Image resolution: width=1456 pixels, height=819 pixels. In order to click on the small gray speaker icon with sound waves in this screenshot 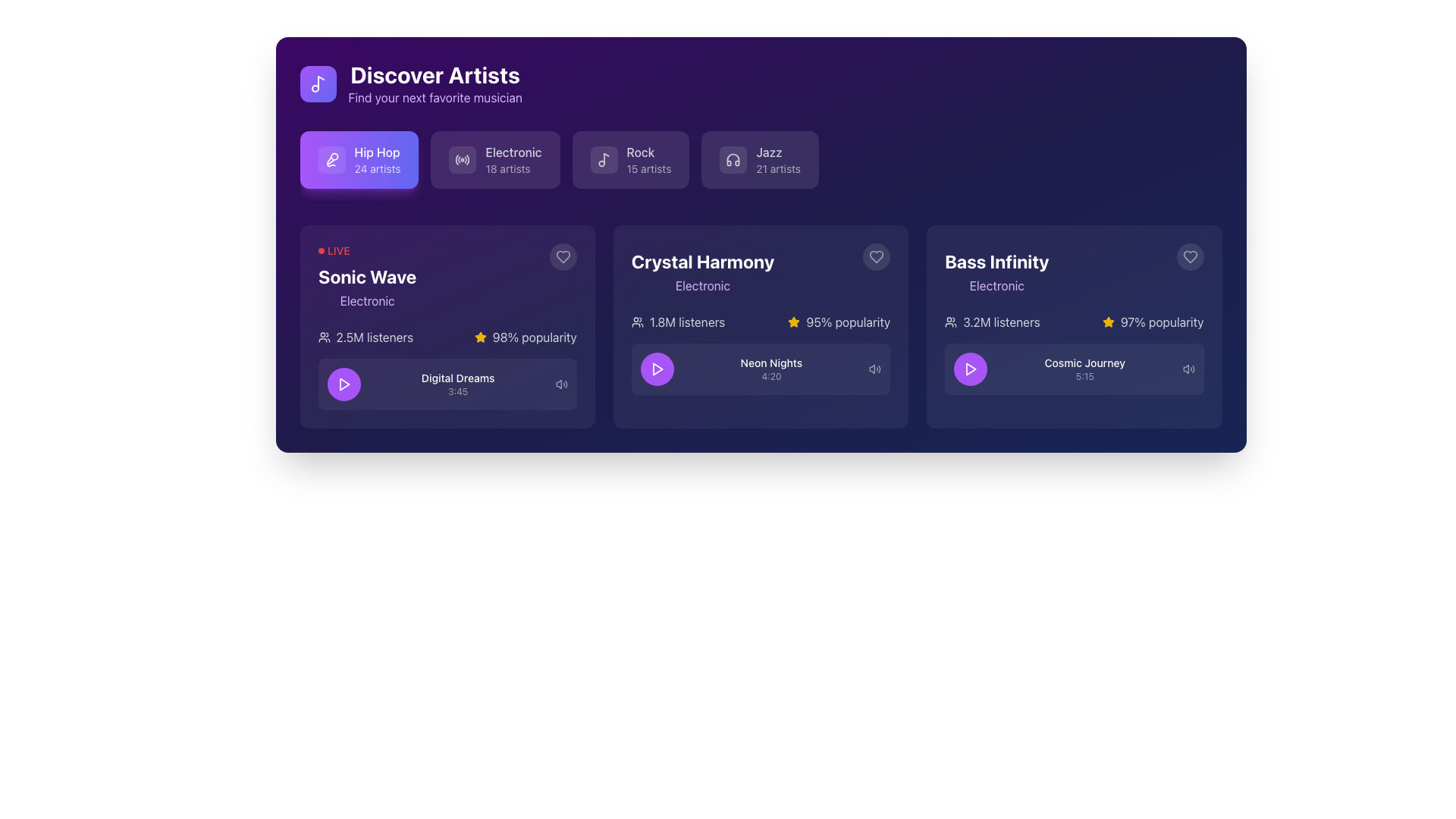, I will do `click(560, 383)`.